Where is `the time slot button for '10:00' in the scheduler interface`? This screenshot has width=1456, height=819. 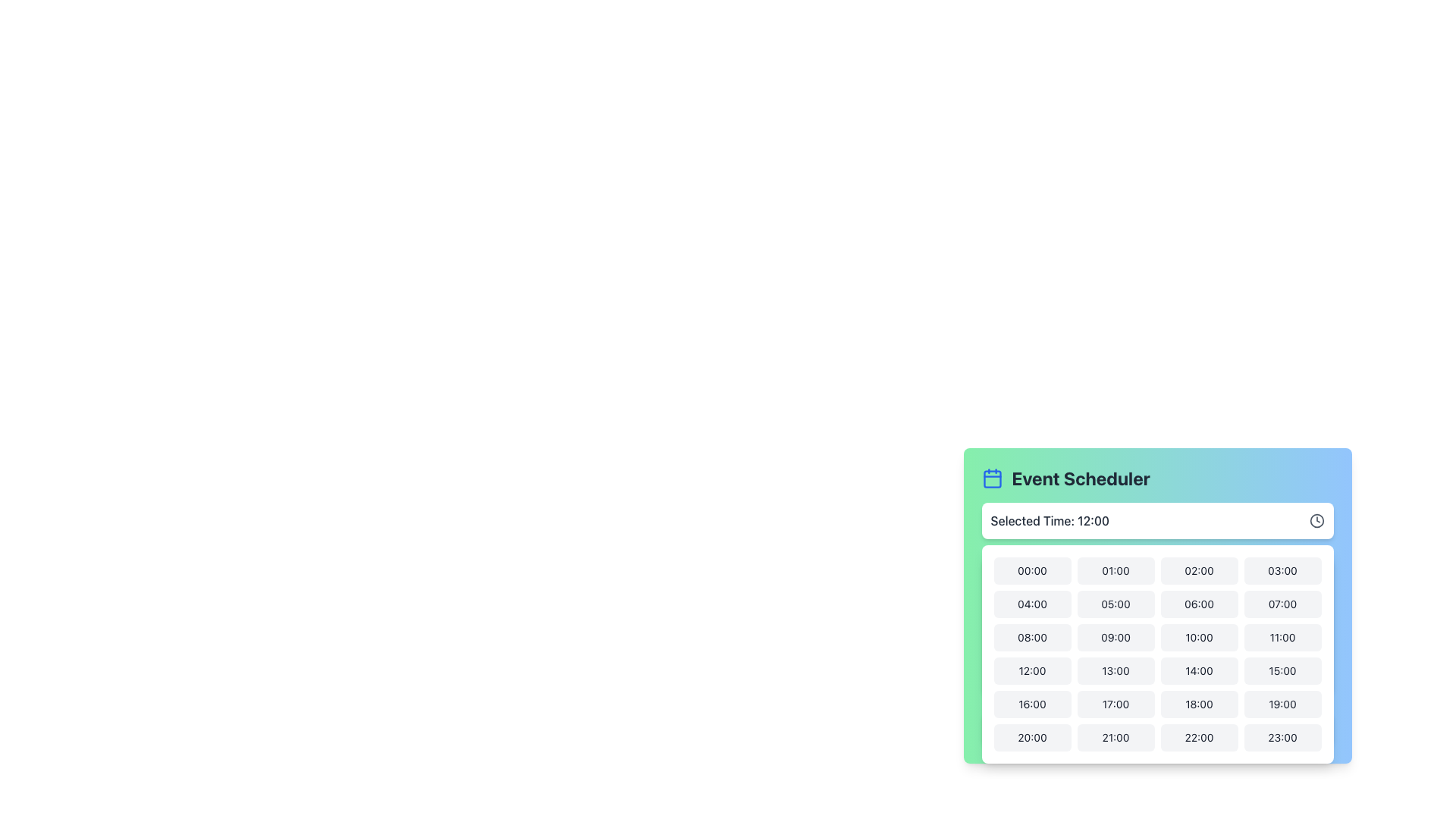
the time slot button for '10:00' in the scheduler interface is located at coordinates (1198, 637).